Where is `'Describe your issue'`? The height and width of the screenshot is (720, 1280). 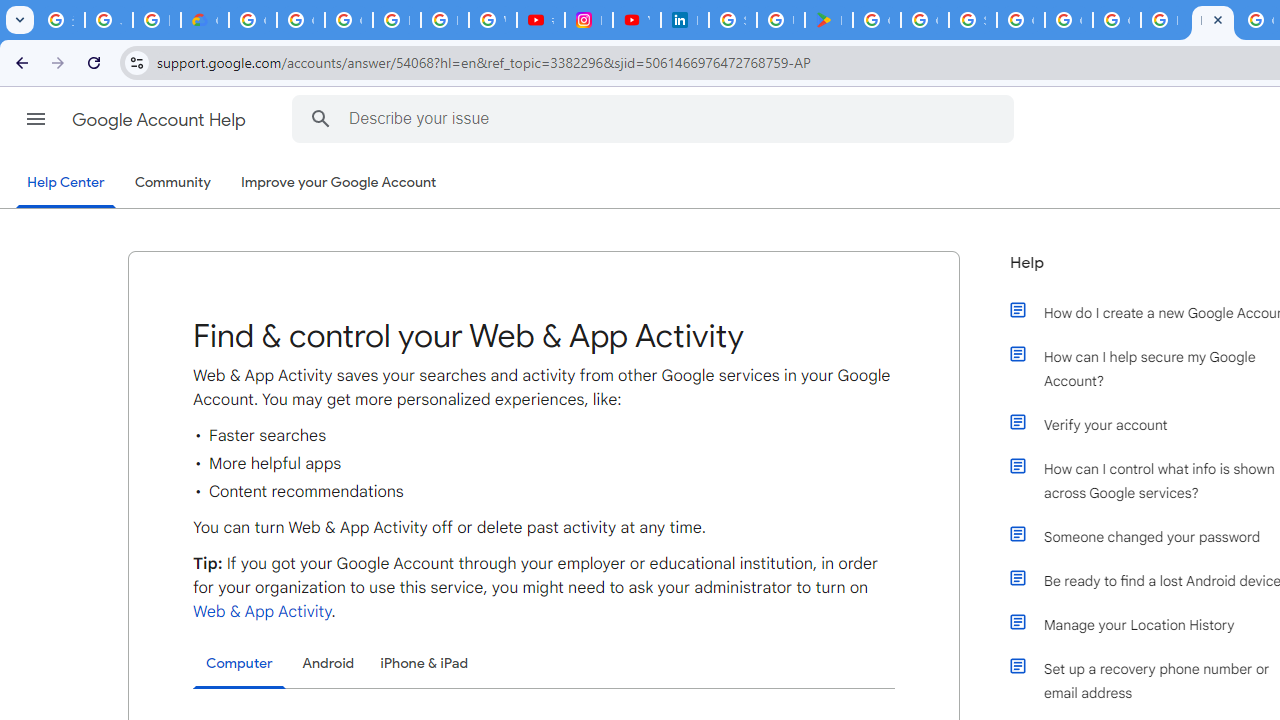
'Describe your issue' is located at coordinates (656, 118).